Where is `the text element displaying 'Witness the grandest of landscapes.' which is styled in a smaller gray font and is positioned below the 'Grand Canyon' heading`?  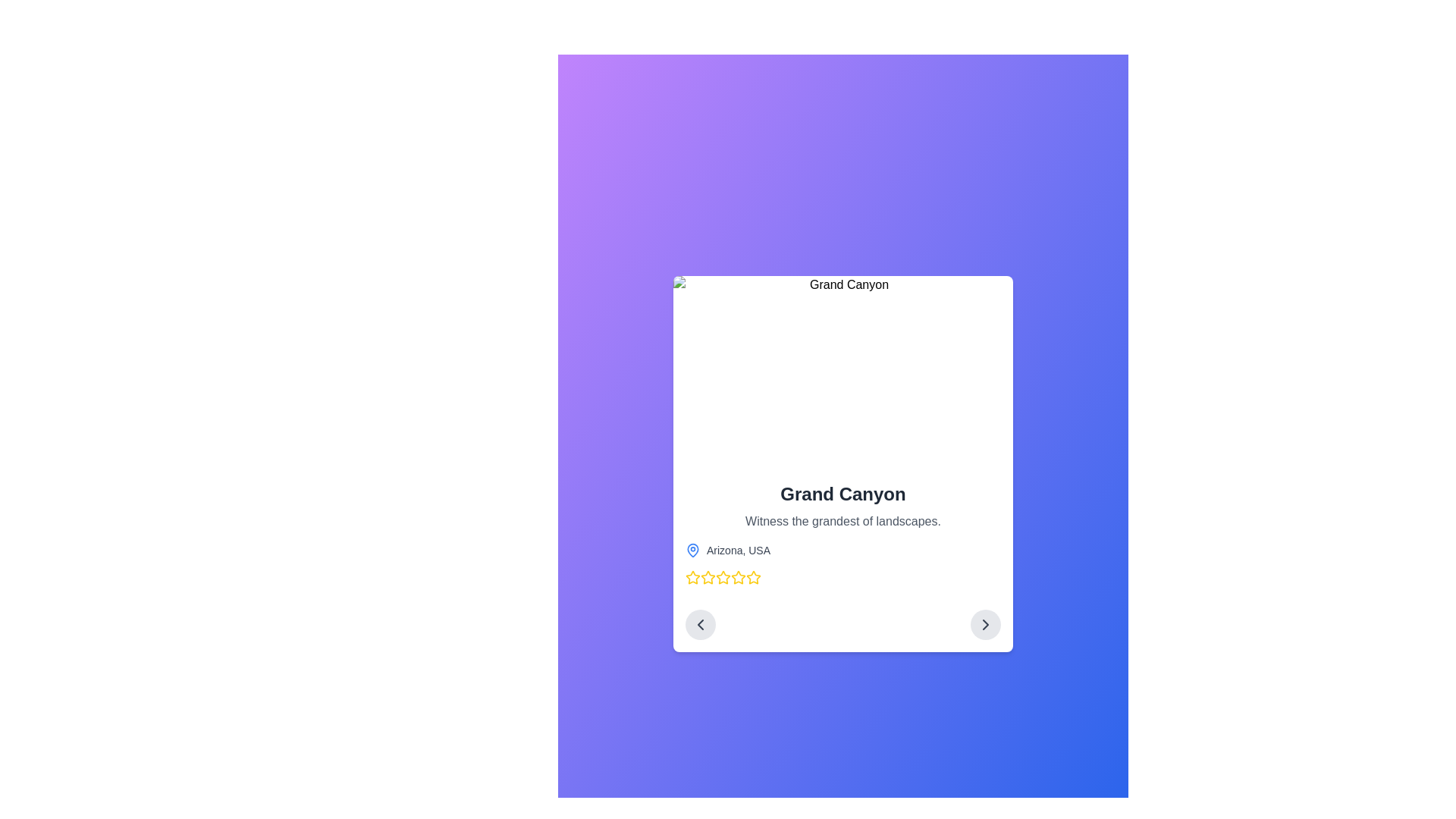
the text element displaying 'Witness the grandest of landscapes.' which is styled in a smaller gray font and is positioned below the 'Grand Canyon' heading is located at coordinates (843, 520).